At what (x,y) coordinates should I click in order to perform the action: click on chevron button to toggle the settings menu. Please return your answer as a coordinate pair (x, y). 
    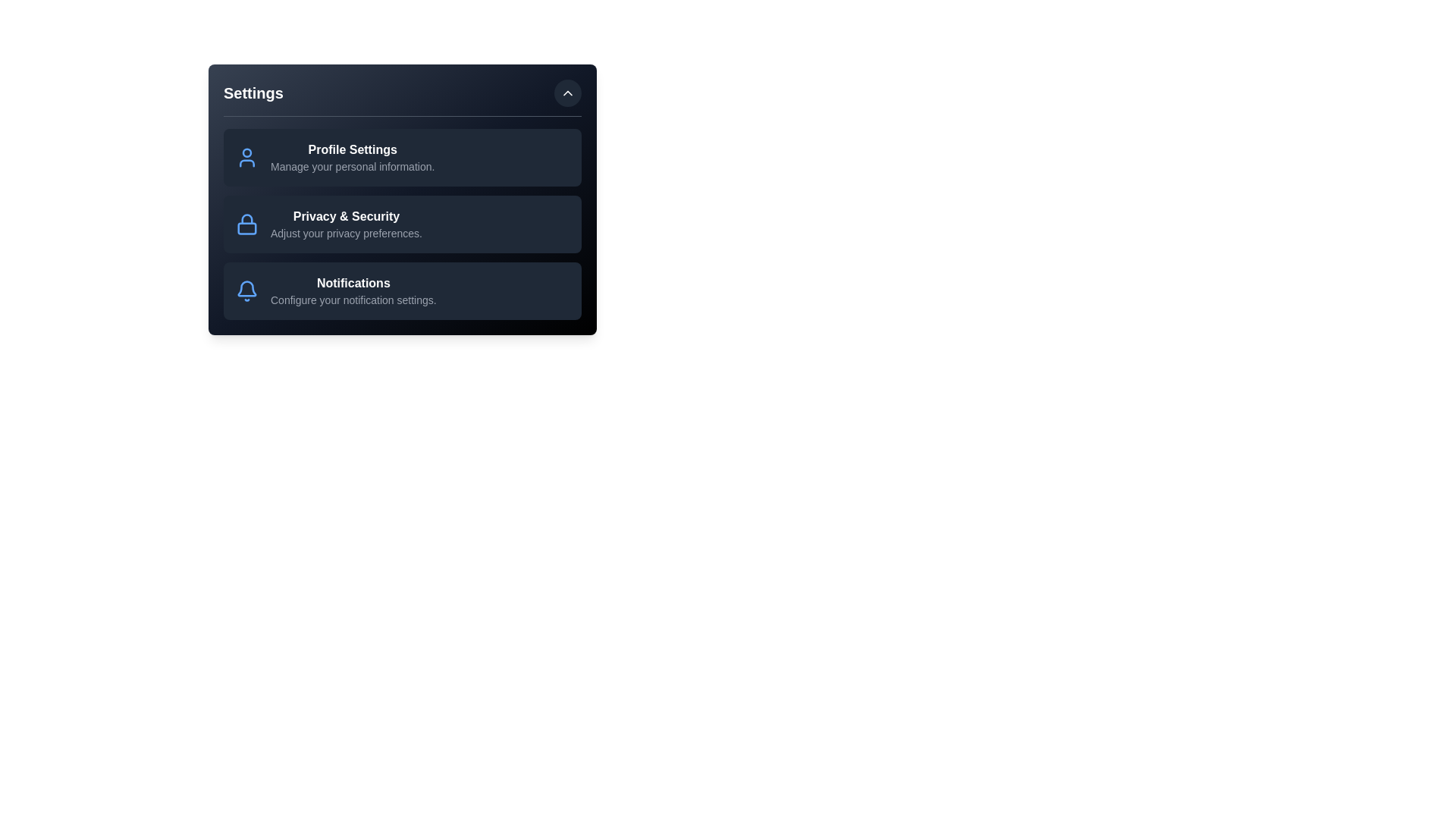
    Looking at the image, I should click on (566, 93).